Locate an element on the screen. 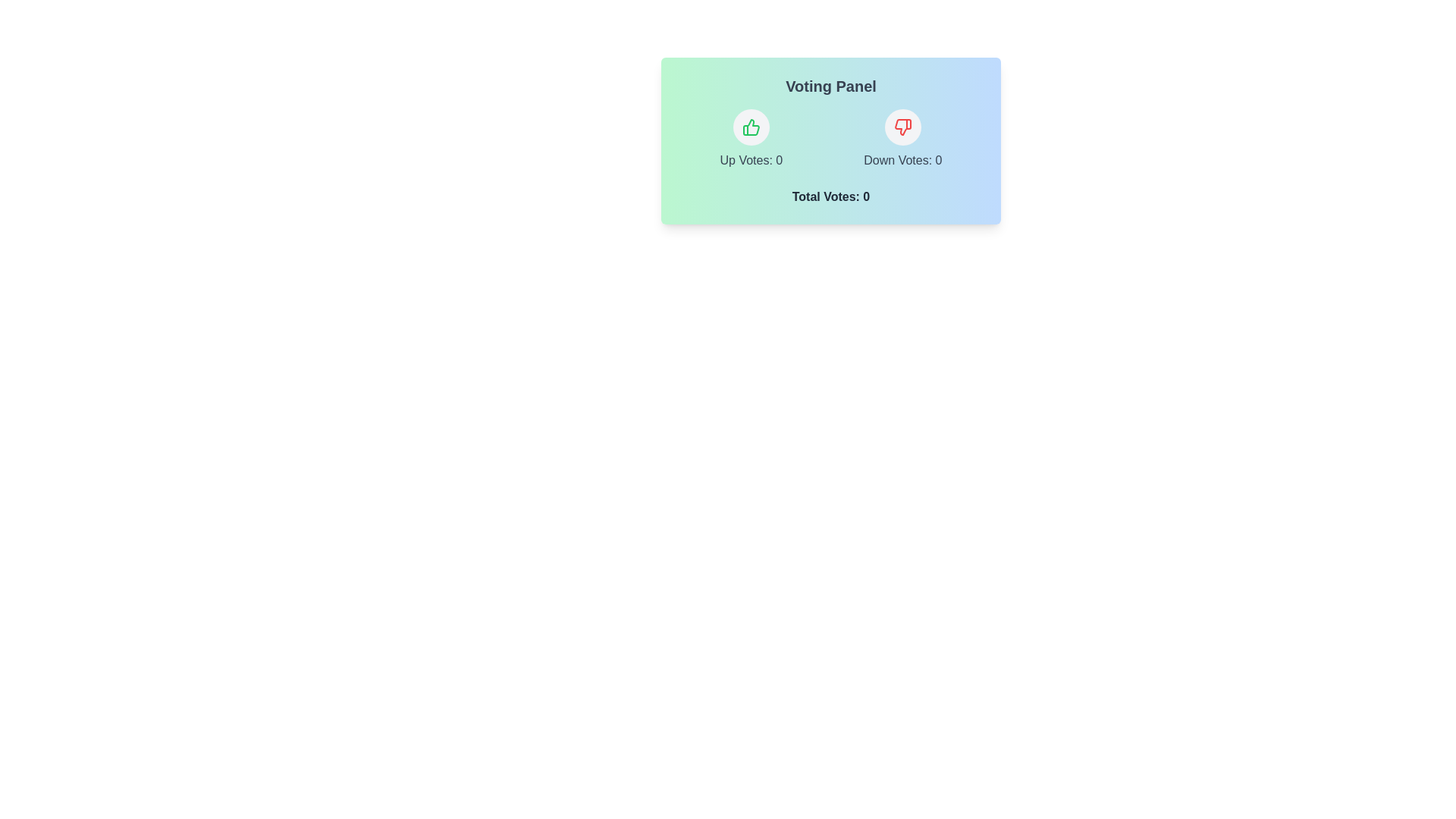 This screenshot has height=819, width=1456. the static text label reading 'Down Votes: 0' which is styled in gray and positioned in the bottom section of the voting panel, aligned below the thumbs-down icon is located at coordinates (902, 161).